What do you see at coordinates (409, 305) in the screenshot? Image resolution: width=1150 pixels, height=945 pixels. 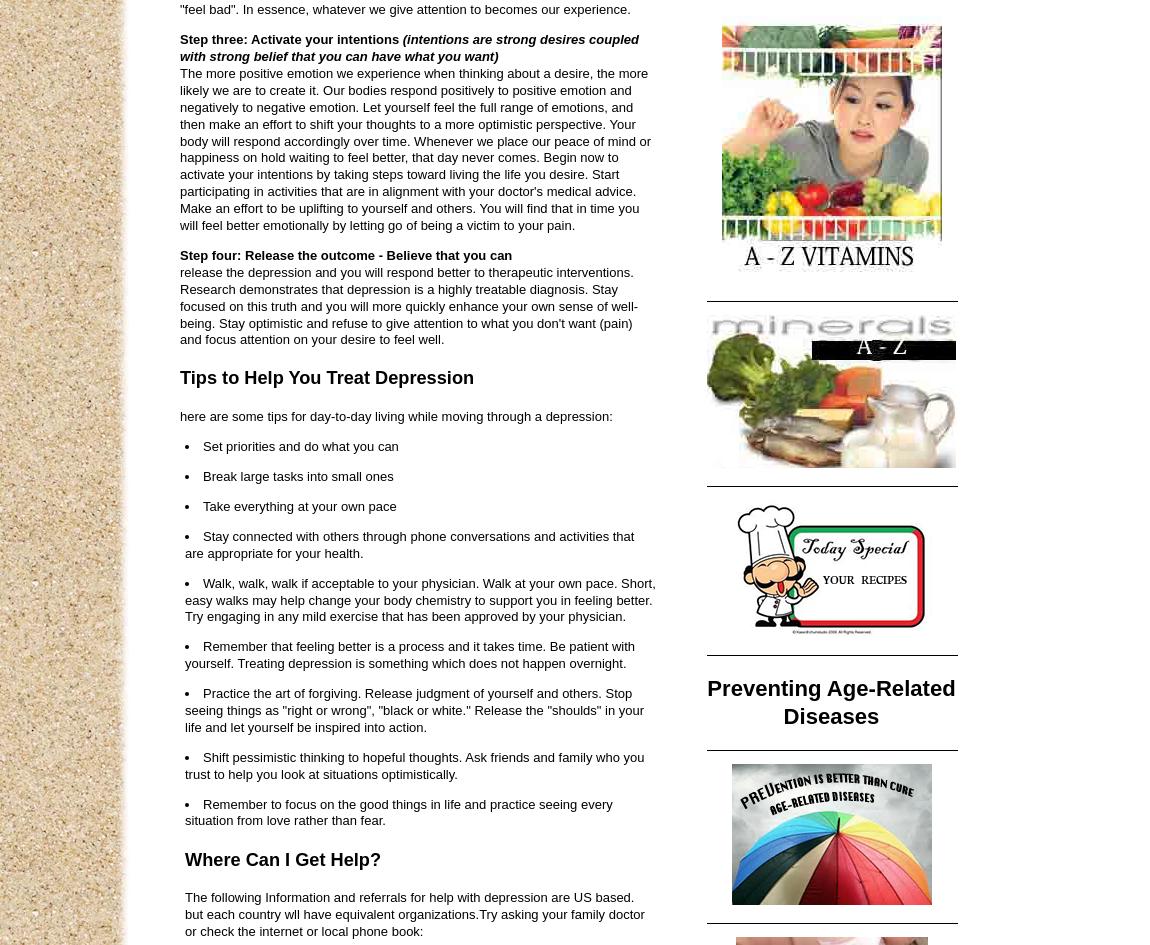 I see `'release the depression and you will respond better to therapeutic interventions. Research demonstrates that depression is a highly treatable diagnosis. Stay focused on this truth and you will more quickly enhance your own sense of well-being. Stay optimistic and refuse to give attention to what you don't want (pain) and focus attention on your desire to feel well.'` at bounding box center [409, 305].